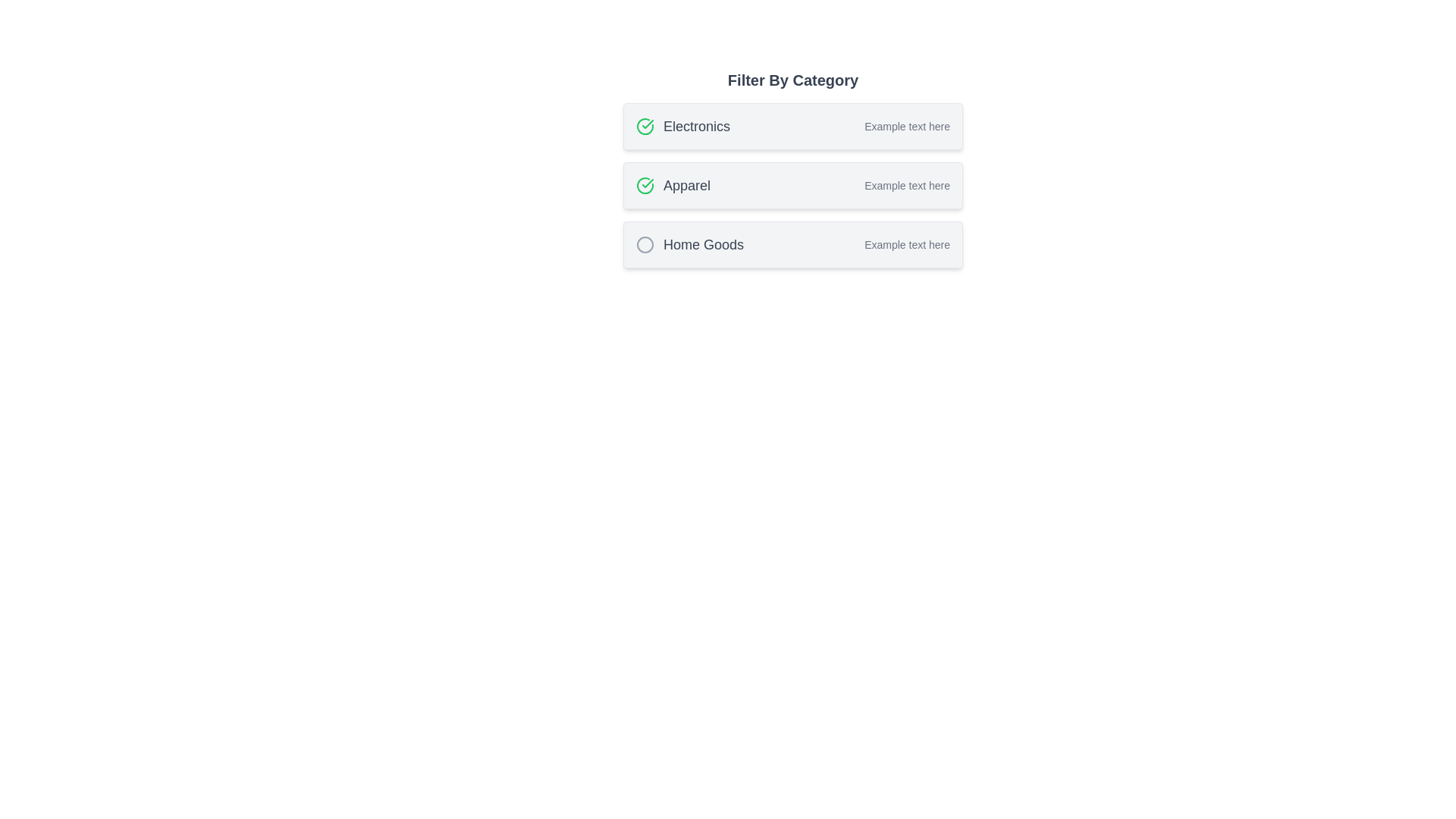 Image resolution: width=1456 pixels, height=819 pixels. Describe the element at coordinates (673, 185) in the screenshot. I see `the 'Apparel' Text Label, which is the second entry in a vertically stacked list of categories in a bordered and rounded background` at that location.